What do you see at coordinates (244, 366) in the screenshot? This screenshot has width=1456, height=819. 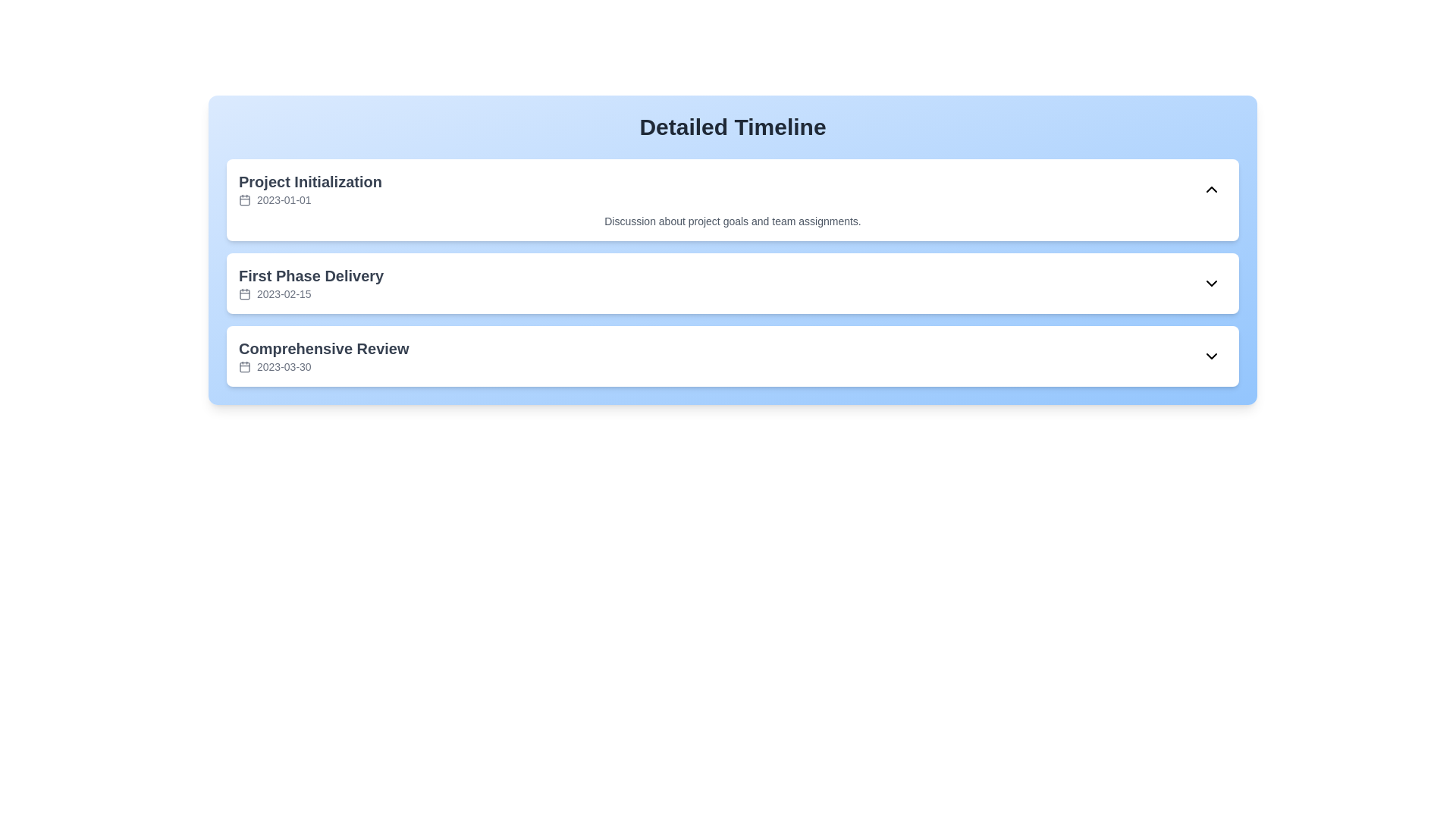 I see `the small calendar icon located at the left side of the row labeled 'Comprehensive Review 2023-03-30', which is styled with a minimalistic outline design` at bounding box center [244, 366].